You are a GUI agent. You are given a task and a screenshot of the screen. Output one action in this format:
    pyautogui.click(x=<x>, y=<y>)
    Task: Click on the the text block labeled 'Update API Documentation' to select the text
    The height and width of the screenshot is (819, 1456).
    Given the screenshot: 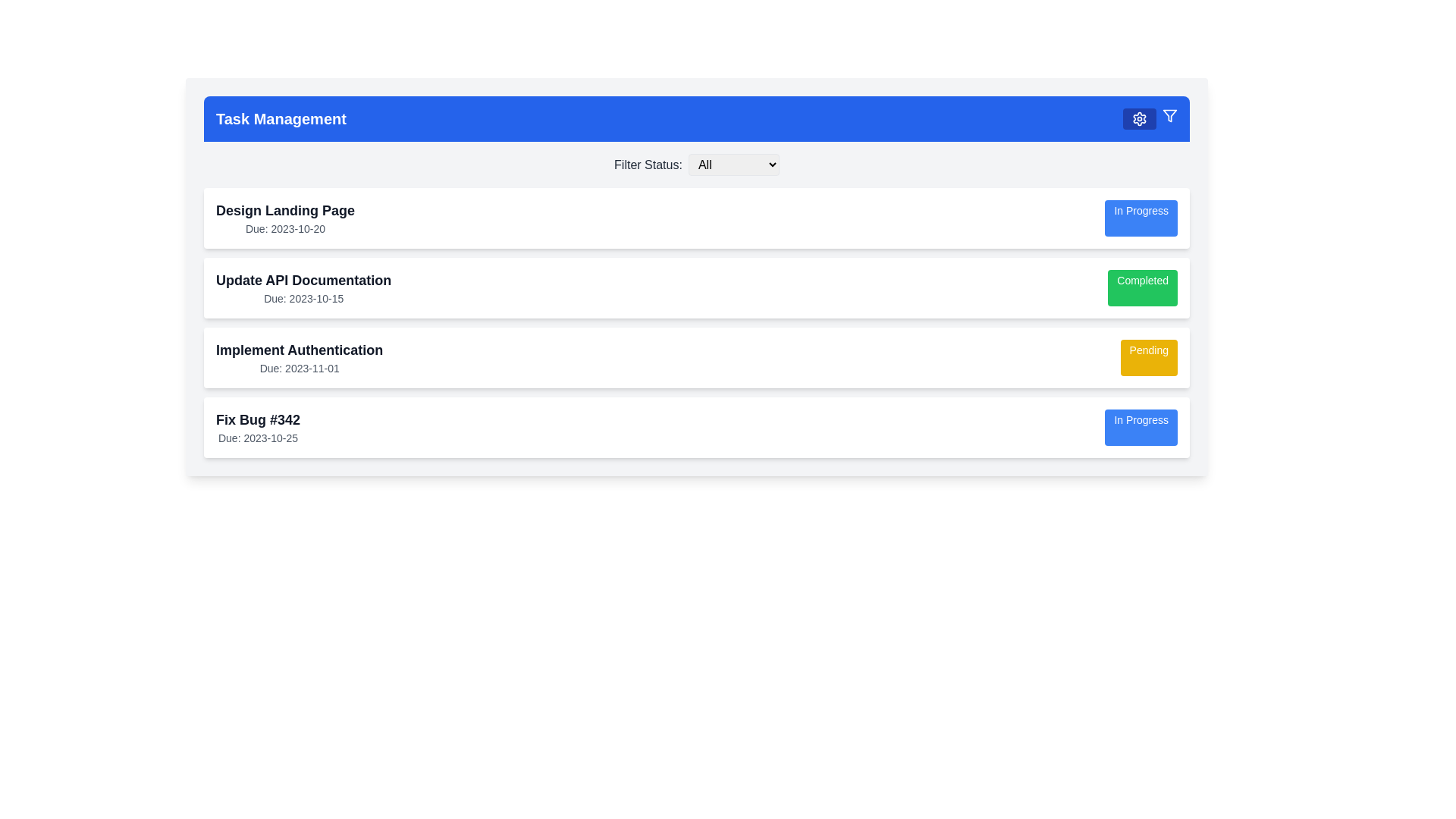 What is the action you would take?
    pyautogui.click(x=303, y=288)
    